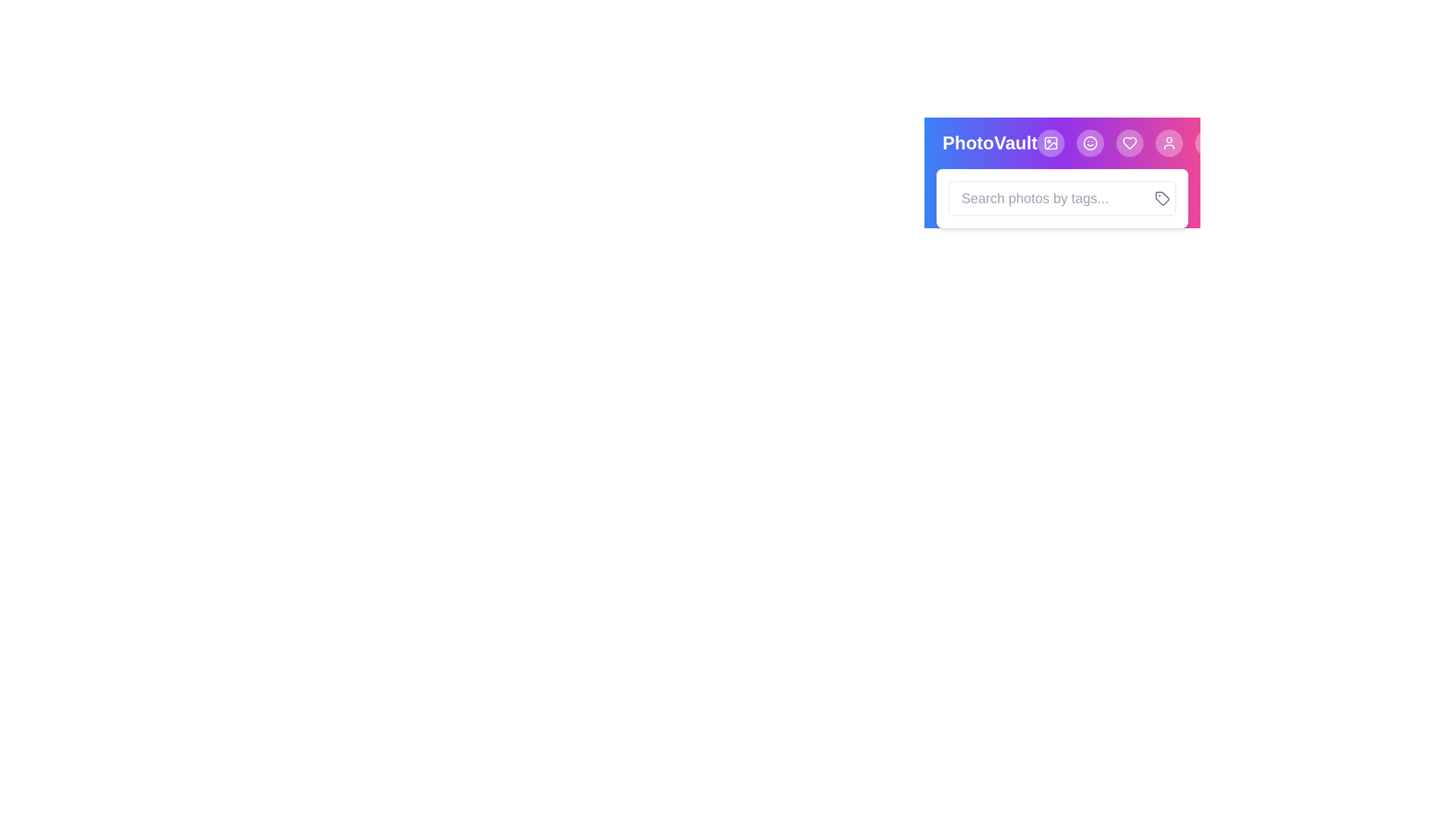 The width and height of the screenshot is (1456, 819). I want to click on button to toggle the search box visibility, so click(1194, 128).